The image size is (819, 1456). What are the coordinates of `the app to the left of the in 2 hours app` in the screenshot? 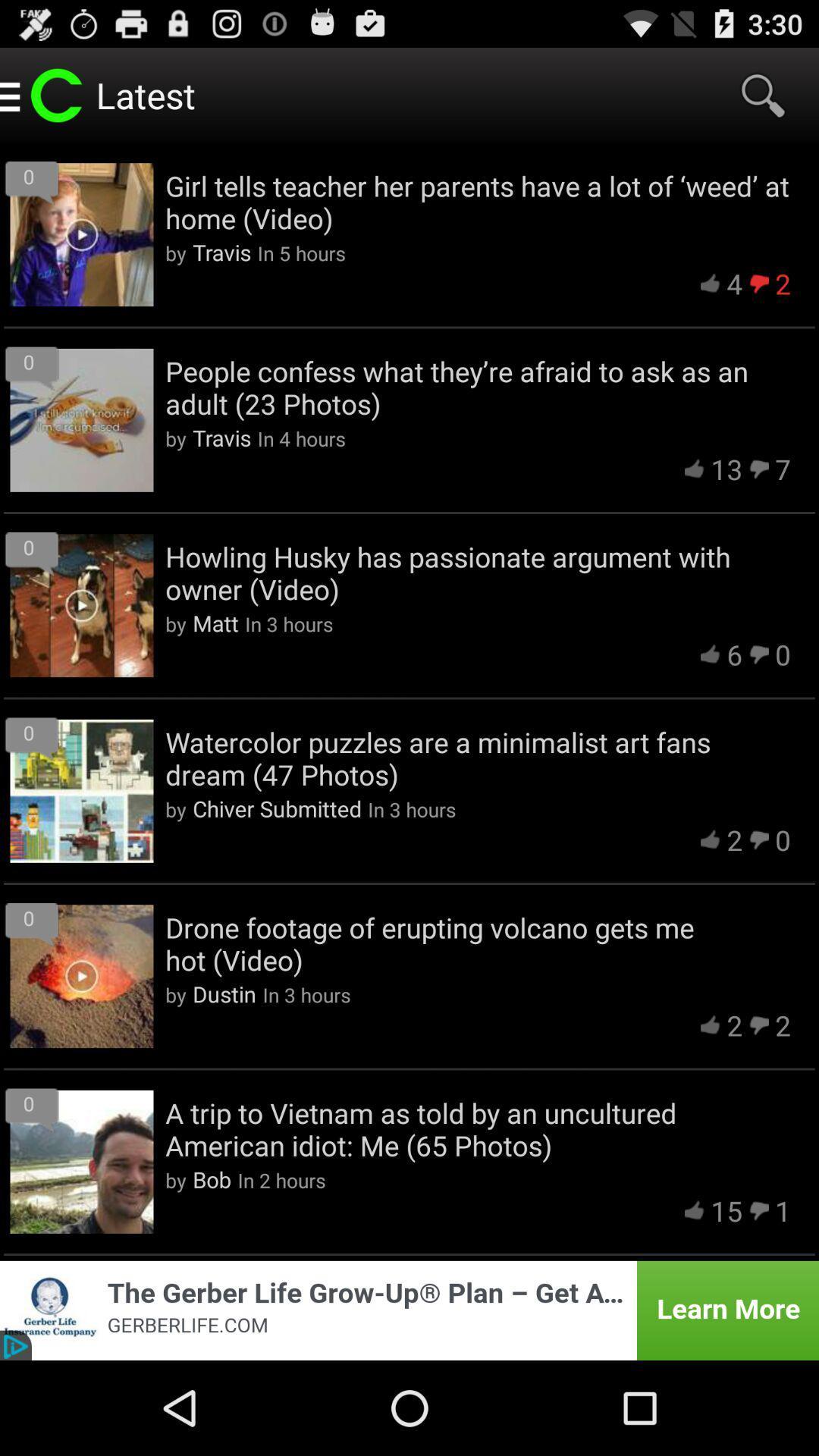 It's located at (212, 1178).